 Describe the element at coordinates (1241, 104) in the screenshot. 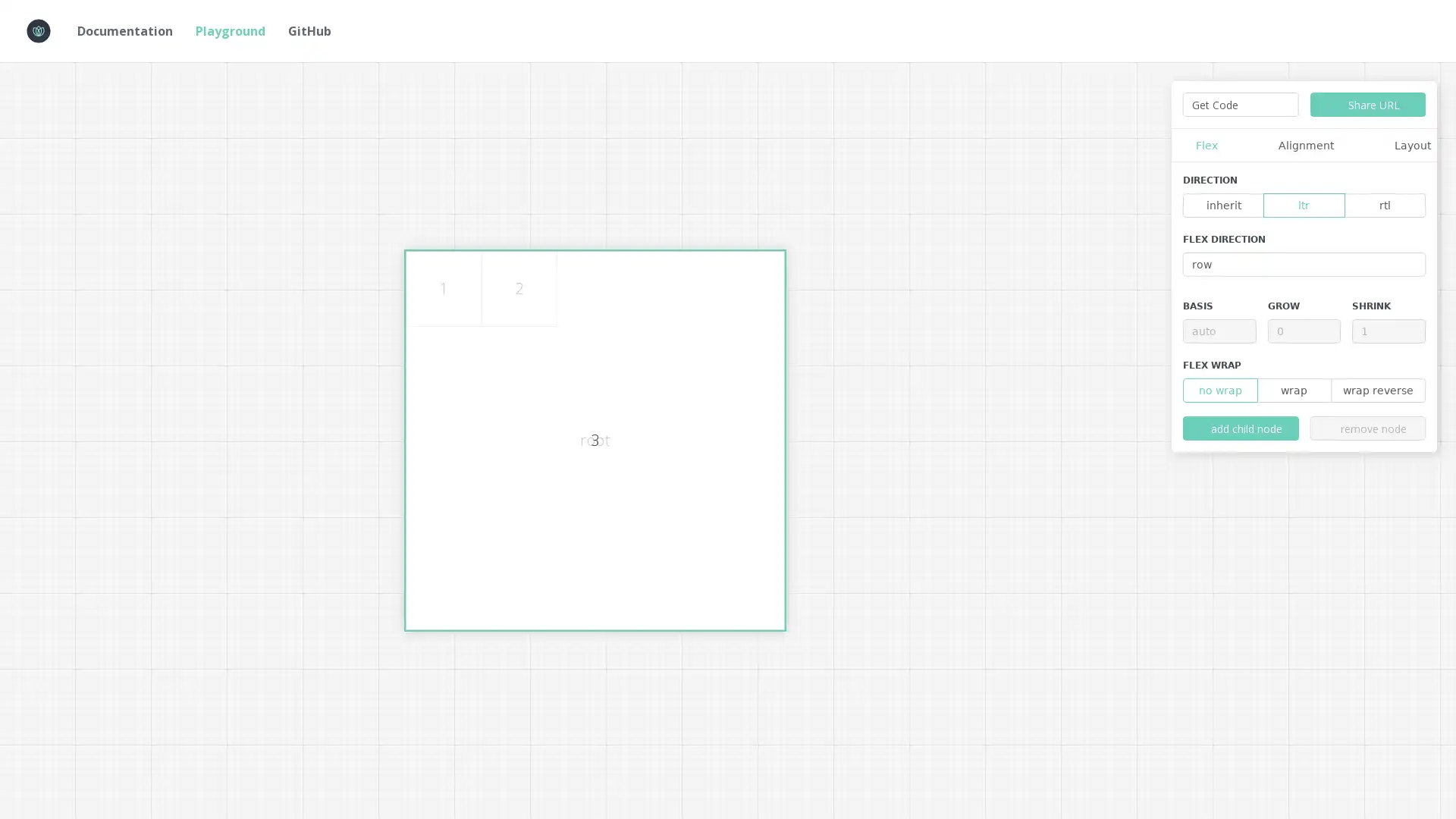

I see `Get Code` at that location.